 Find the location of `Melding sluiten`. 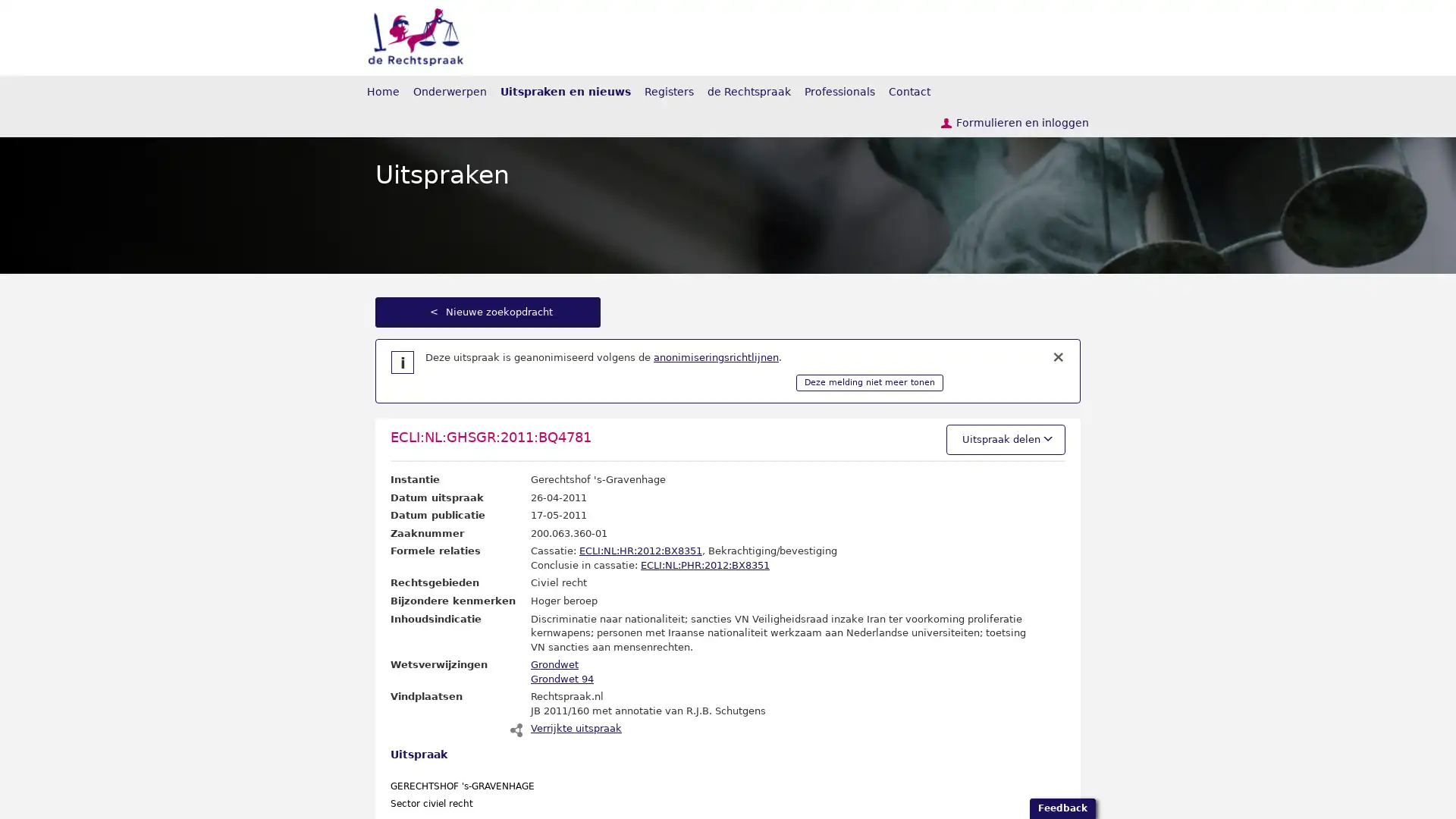

Melding sluiten is located at coordinates (1058, 357).